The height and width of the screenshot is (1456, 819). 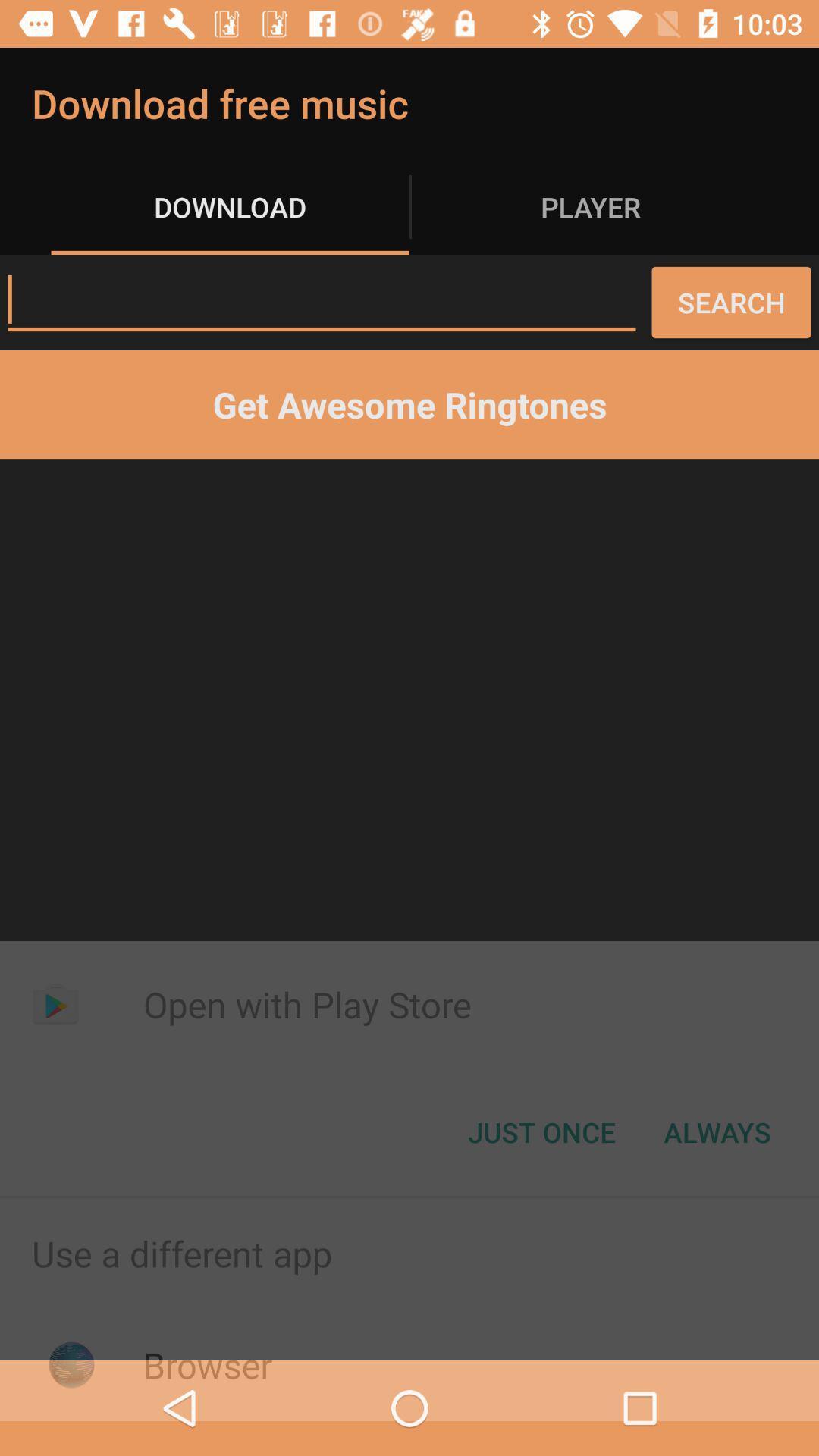 What do you see at coordinates (321, 300) in the screenshot?
I see `text` at bounding box center [321, 300].